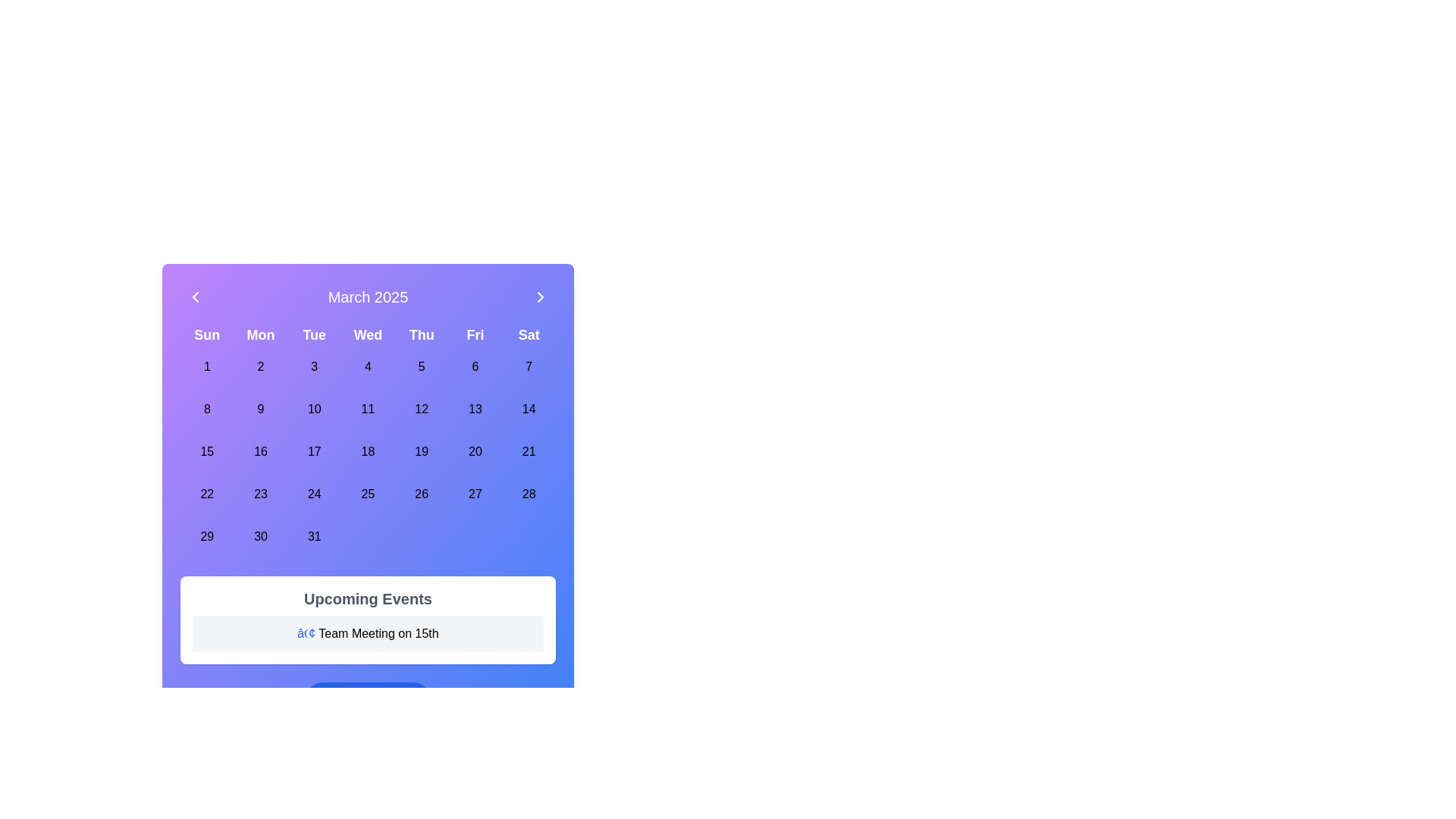  I want to click on the interactive calendar date button labeled '15', so click(206, 451).